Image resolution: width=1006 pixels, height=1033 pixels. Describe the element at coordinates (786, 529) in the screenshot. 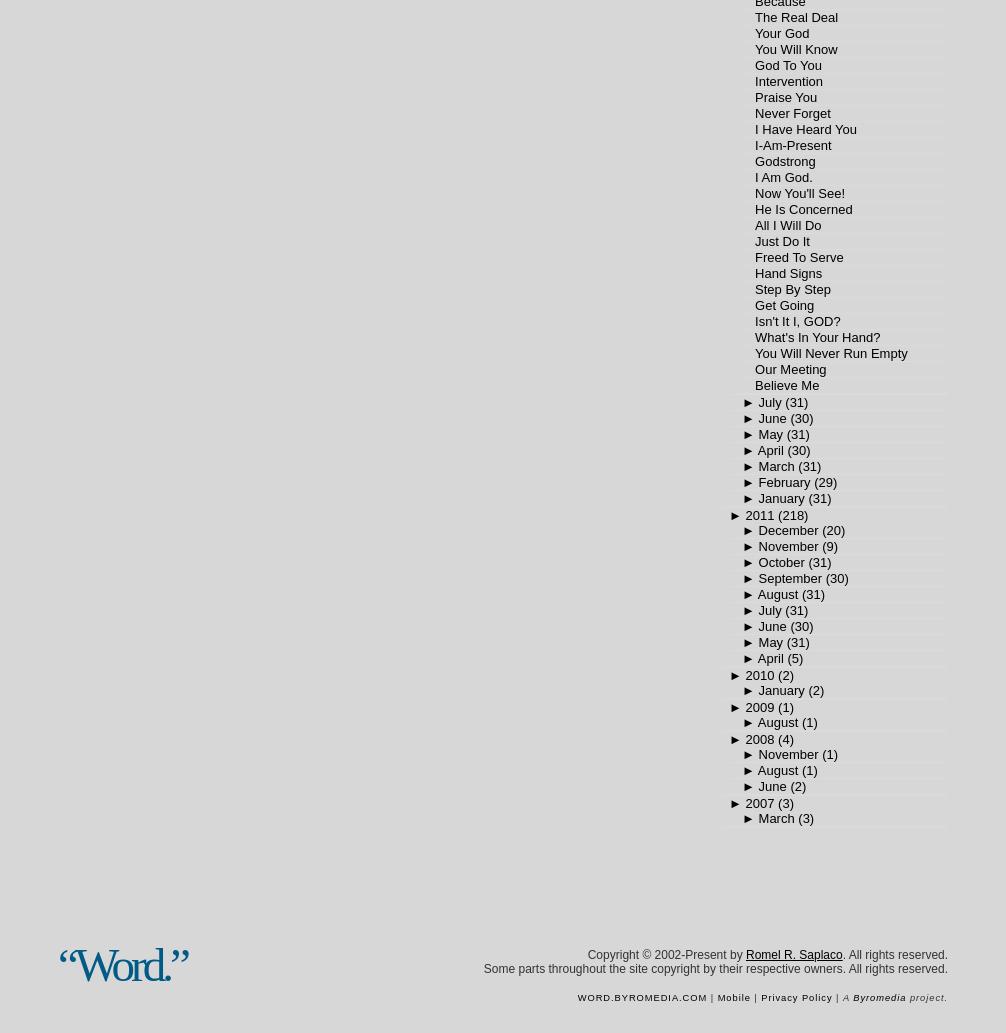

I see `'December'` at that location.